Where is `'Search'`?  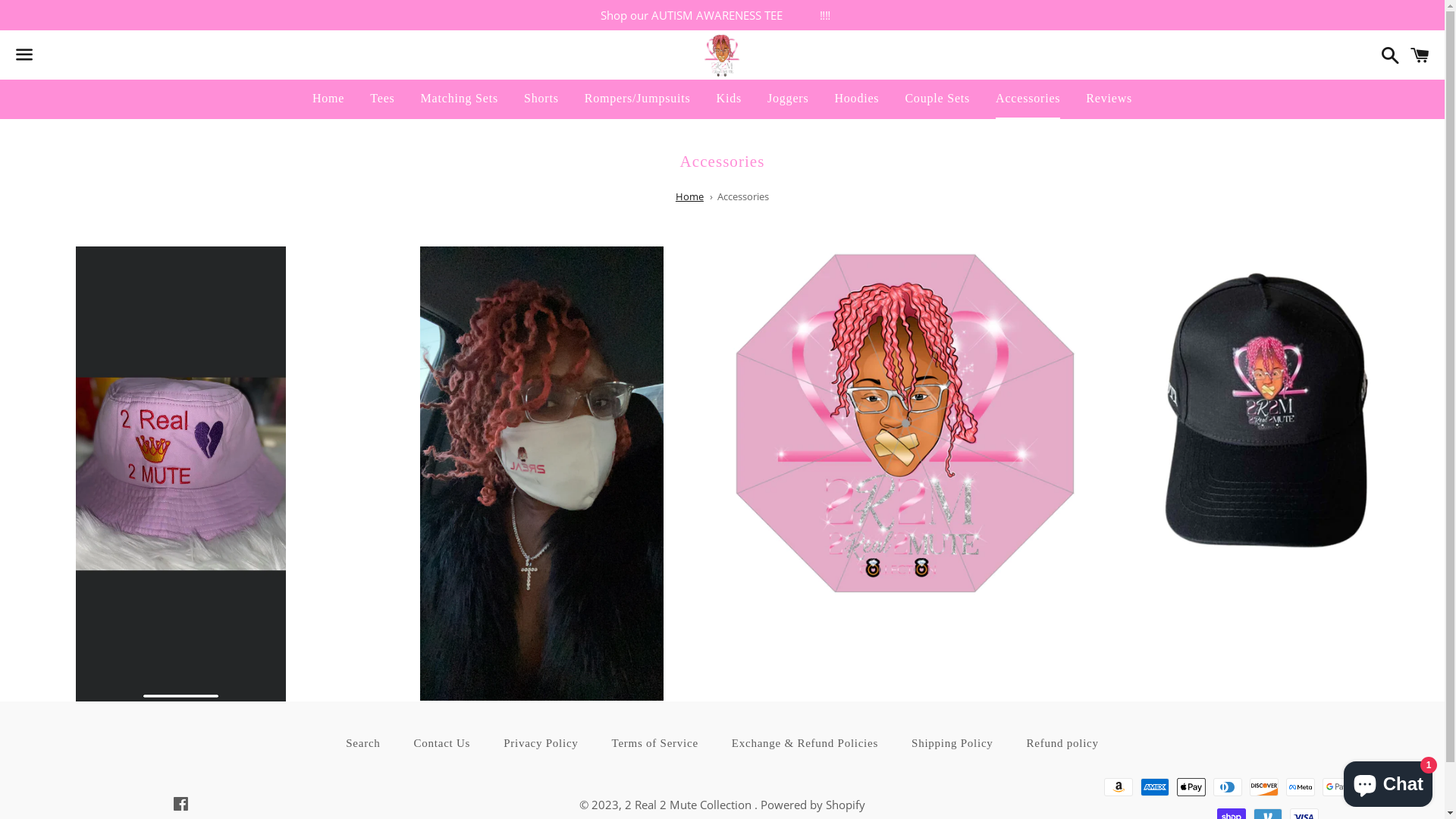
'Search' is located at coordinates (330, 742).